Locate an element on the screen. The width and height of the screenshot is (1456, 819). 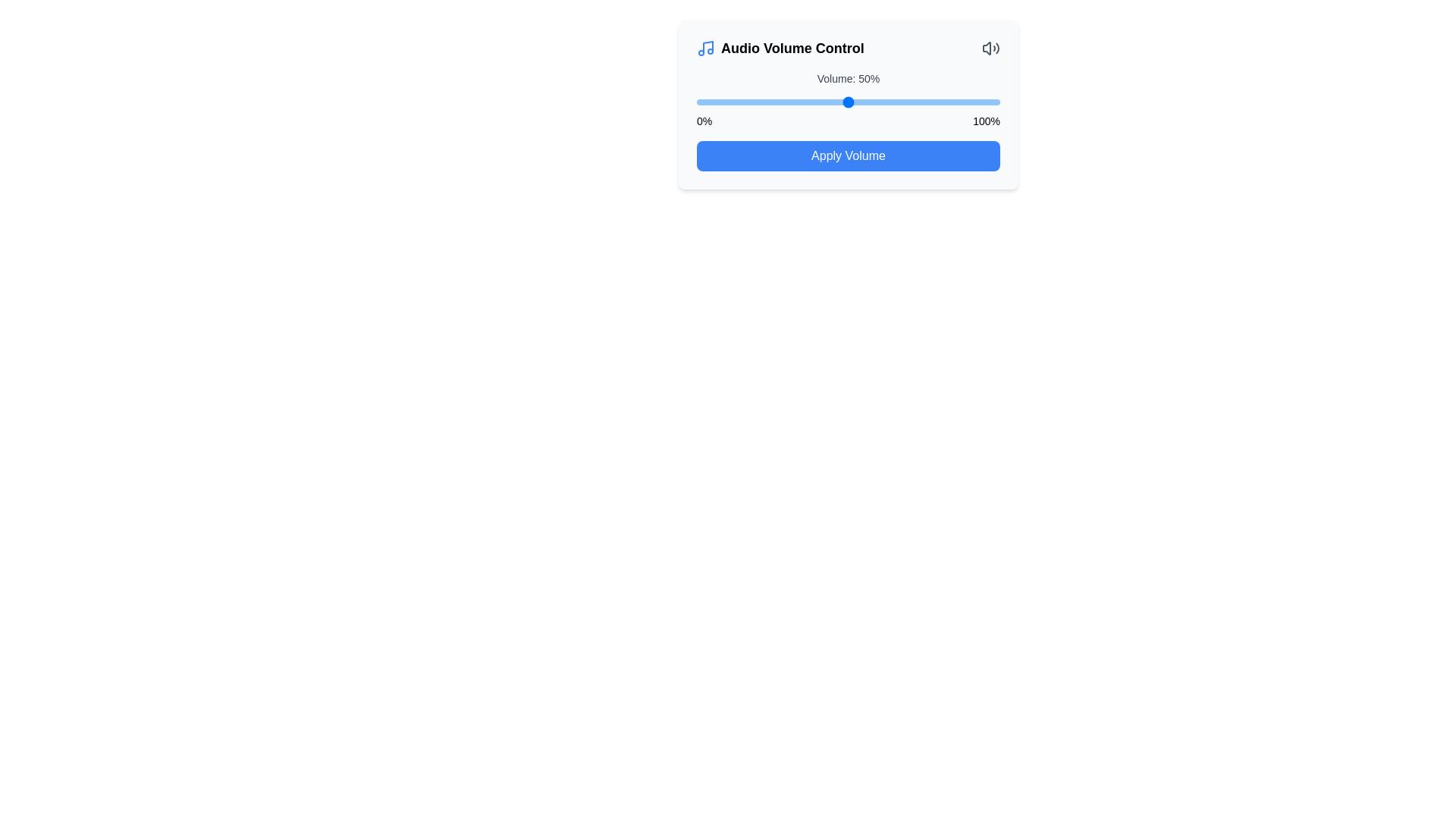
the volume level is located at coordinates (987, 102).